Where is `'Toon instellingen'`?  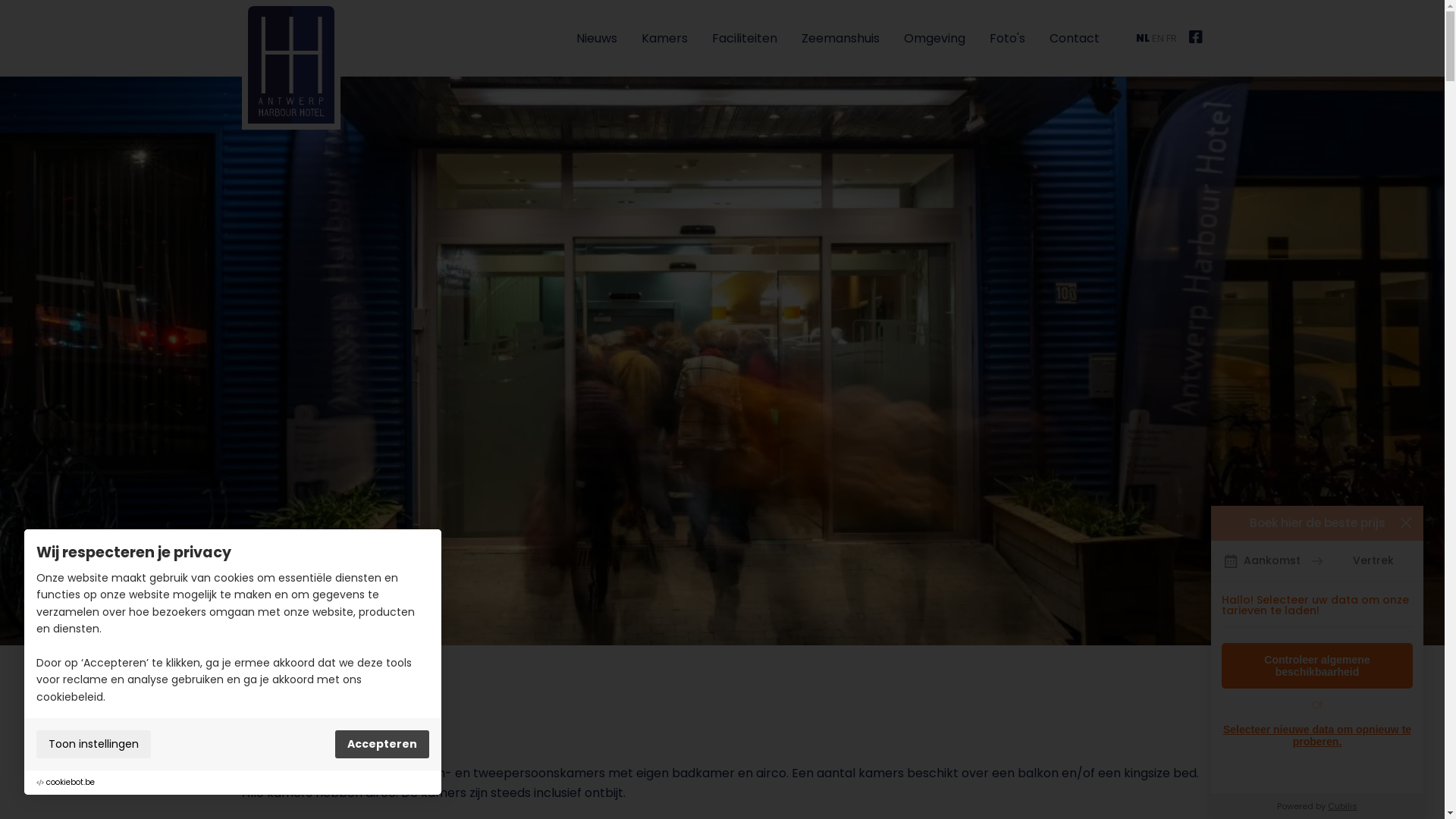 'Toon instellingen' is located at coordinates (93, 743).